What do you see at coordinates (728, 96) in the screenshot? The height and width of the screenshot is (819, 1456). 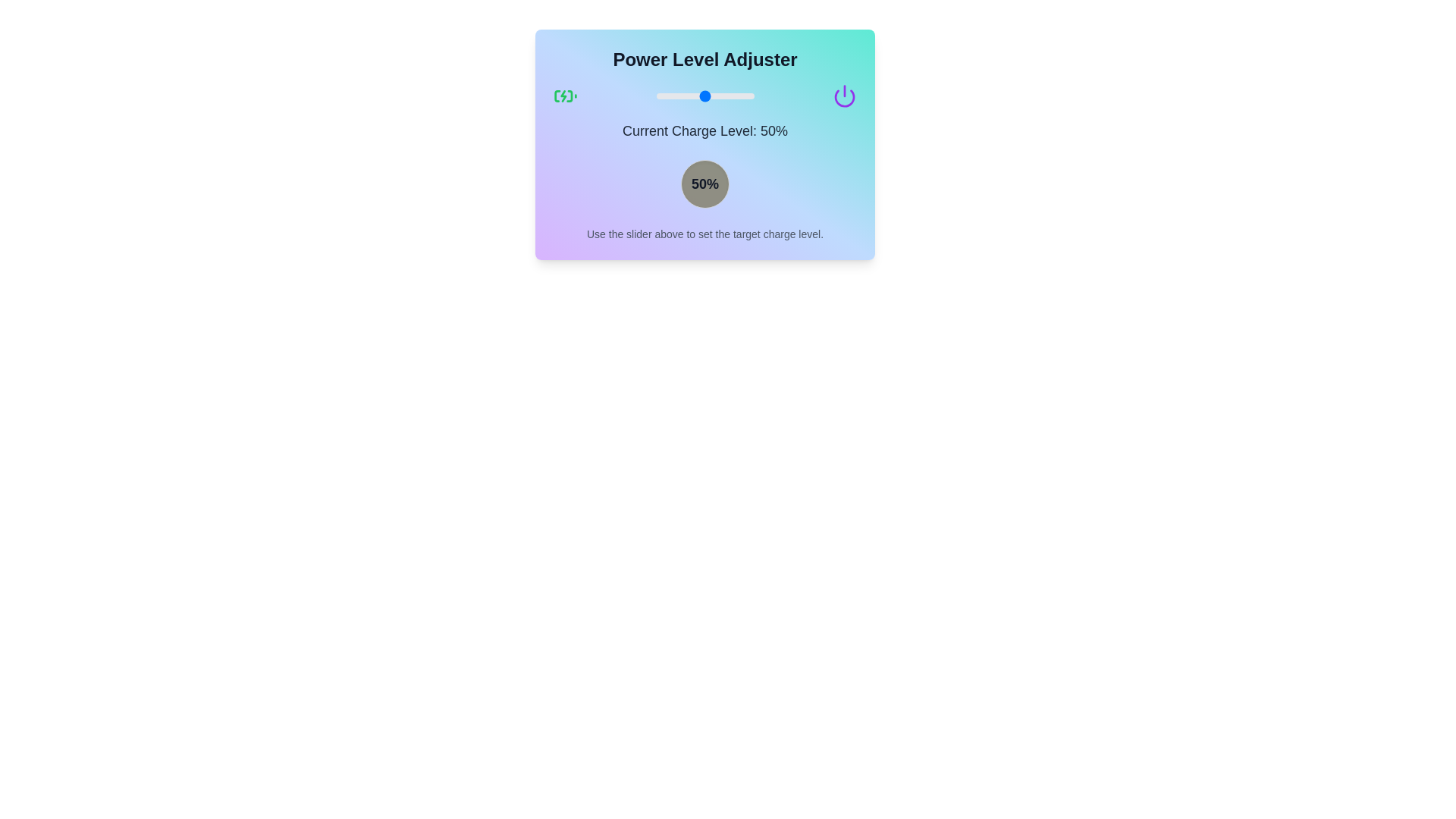 I see `the power level` at bounding box center [728, 96].